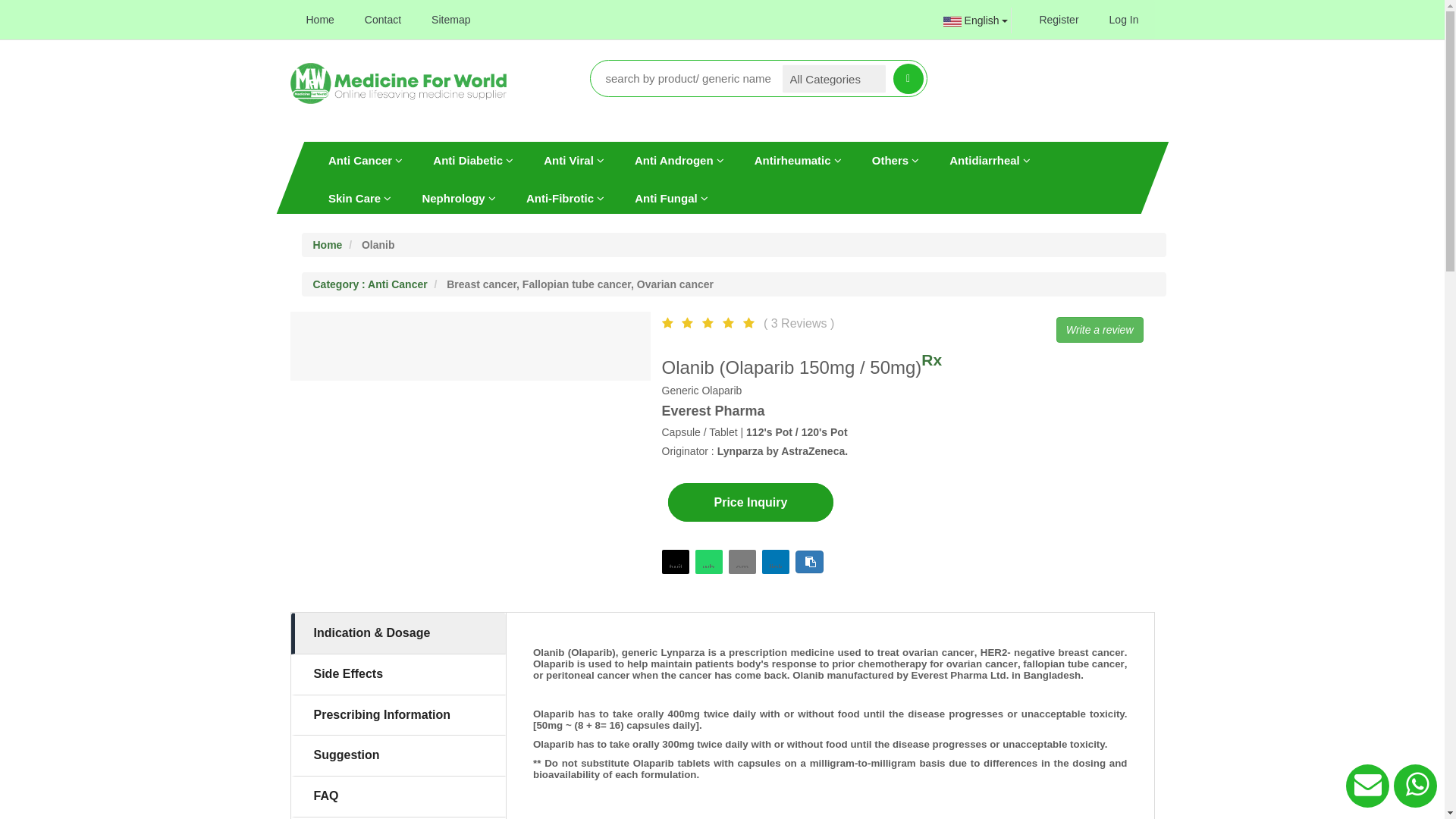 The height and width of the screenshot is (819, 1456). I want to click on 'Side Effects', so click(399, 673).